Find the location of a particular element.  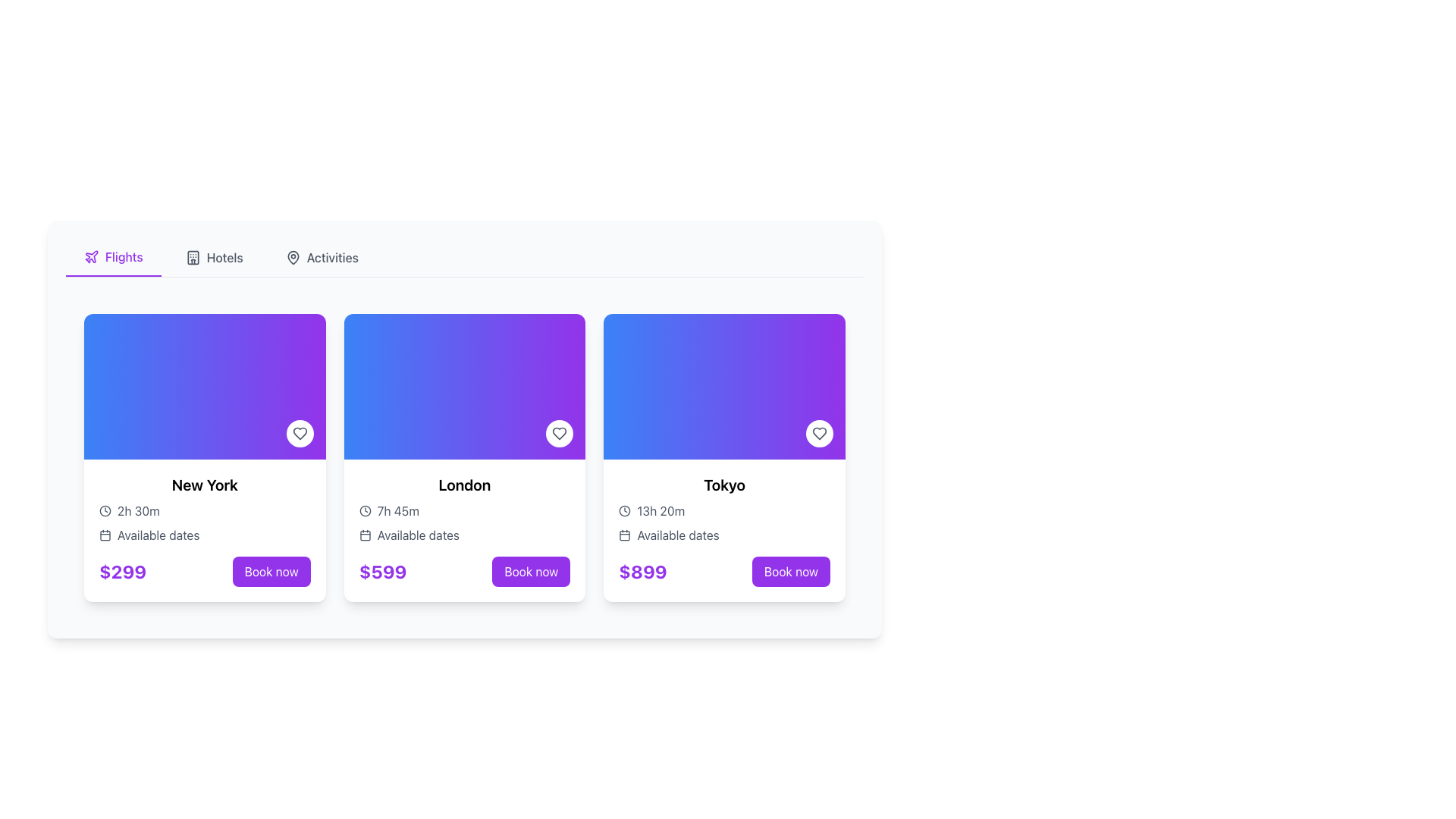

the SVG circle element that visually represents the border of a clock icon, located near the top-right of the context image is located at coordinates (625, 511).